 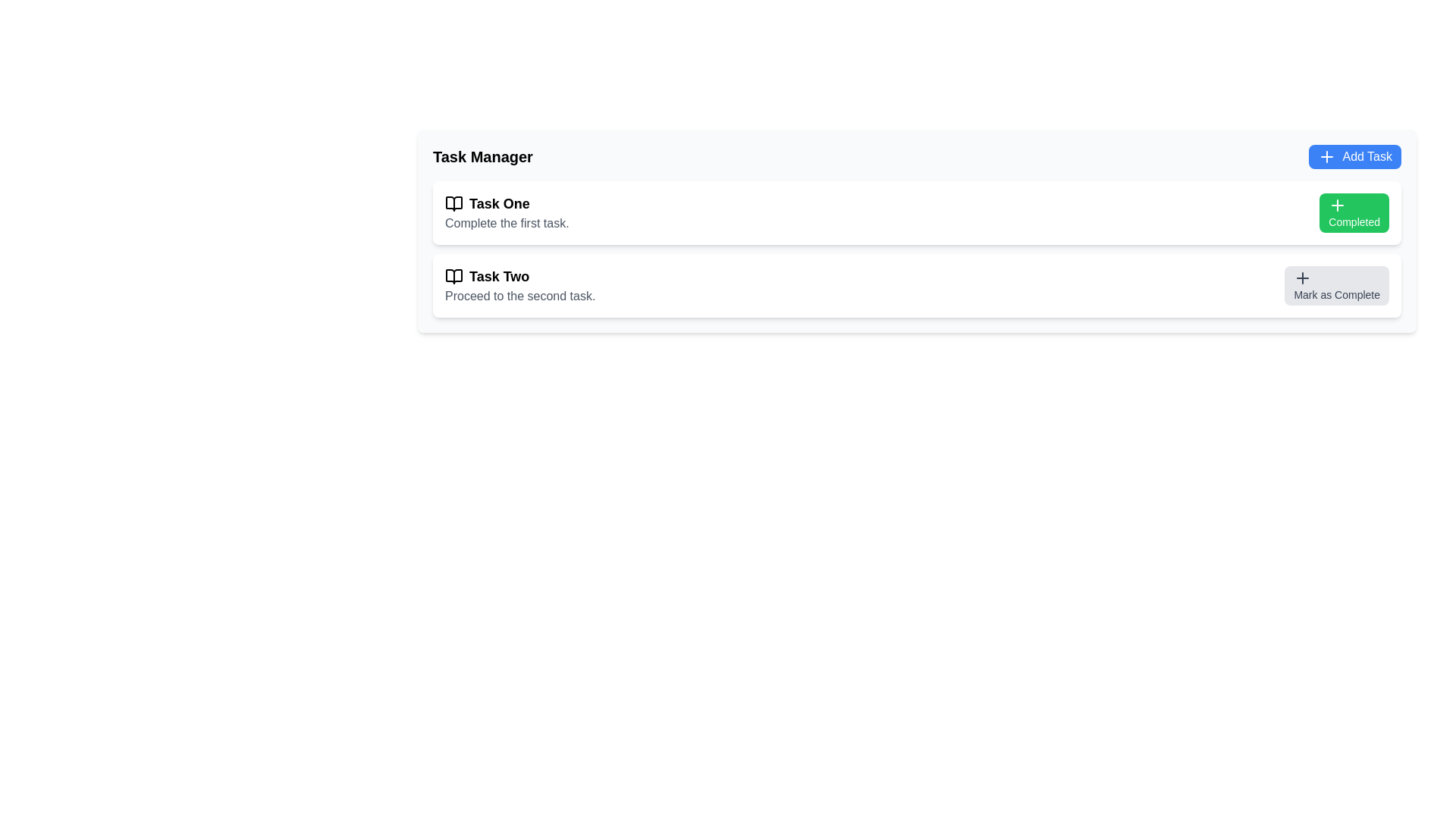 I want to click on the plus icon located within the 'Mark as Complete' button, so click(x=1302, y=278).